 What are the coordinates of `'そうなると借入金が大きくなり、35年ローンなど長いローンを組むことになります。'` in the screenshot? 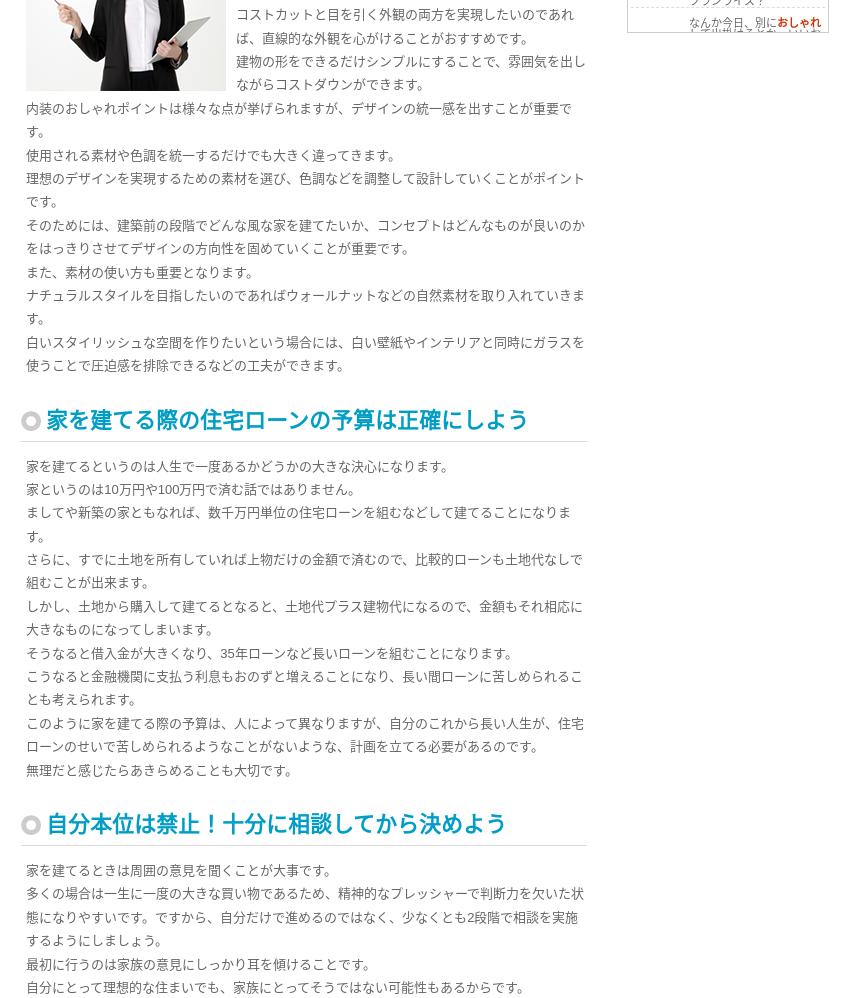 It's located at (270, 651).